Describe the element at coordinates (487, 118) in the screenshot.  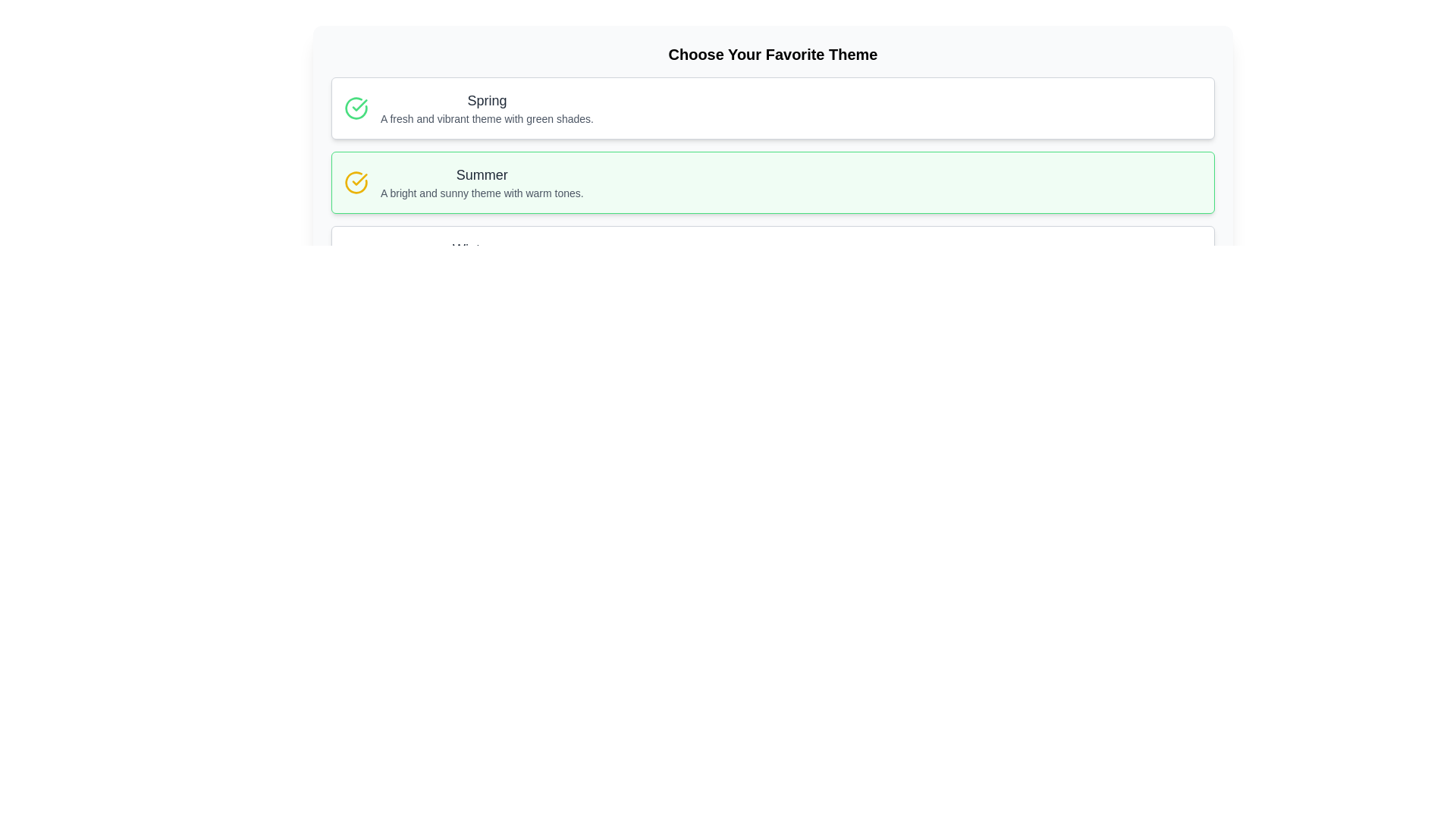
I see `descriptive text located beneath the bolded title 'Spring' in the selection menu to obtain additional information about the 'Spring' theme option` at that location.